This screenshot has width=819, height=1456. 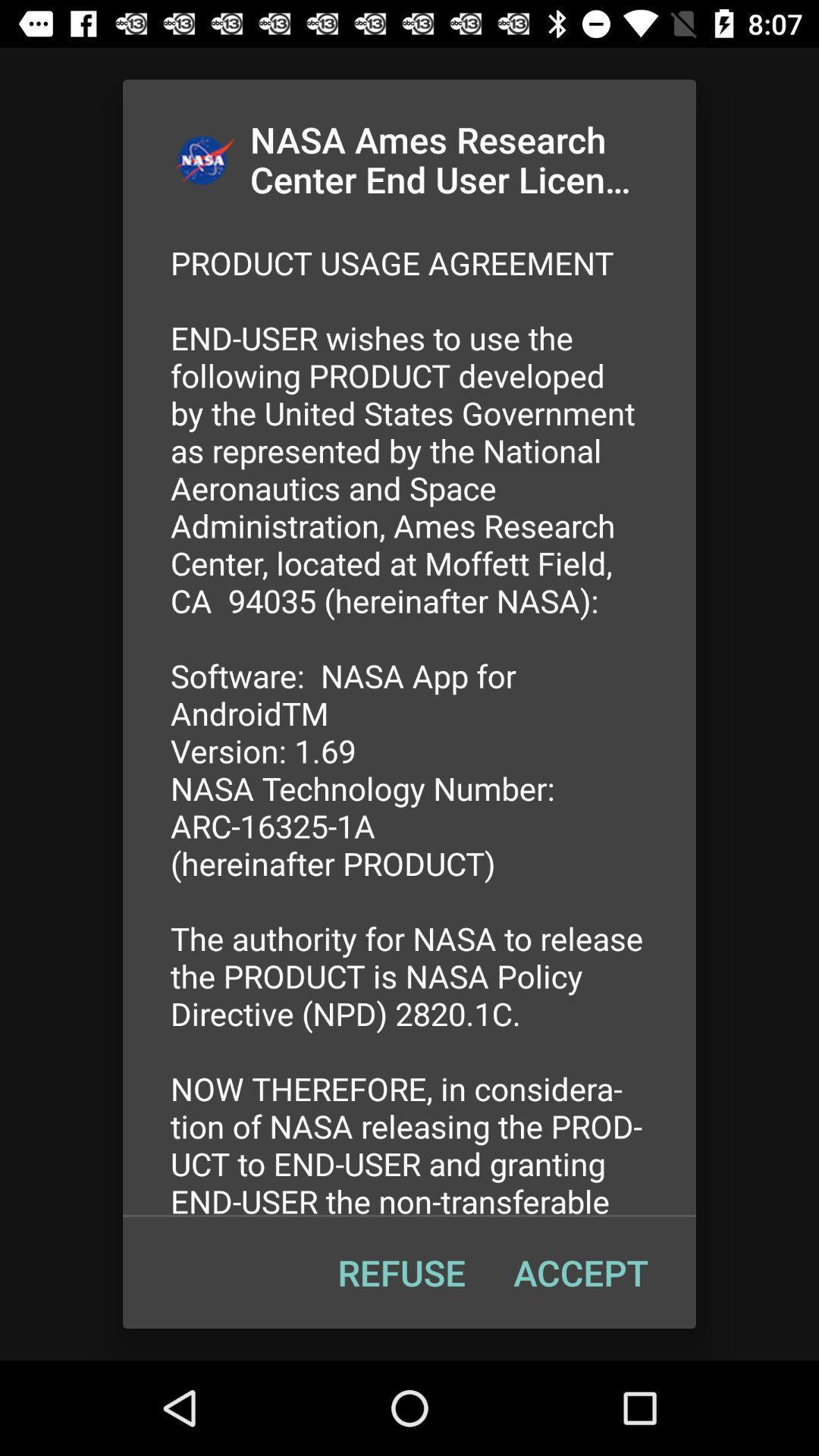 I want to click on item next to the refuse, so click(x=580, y=1272).